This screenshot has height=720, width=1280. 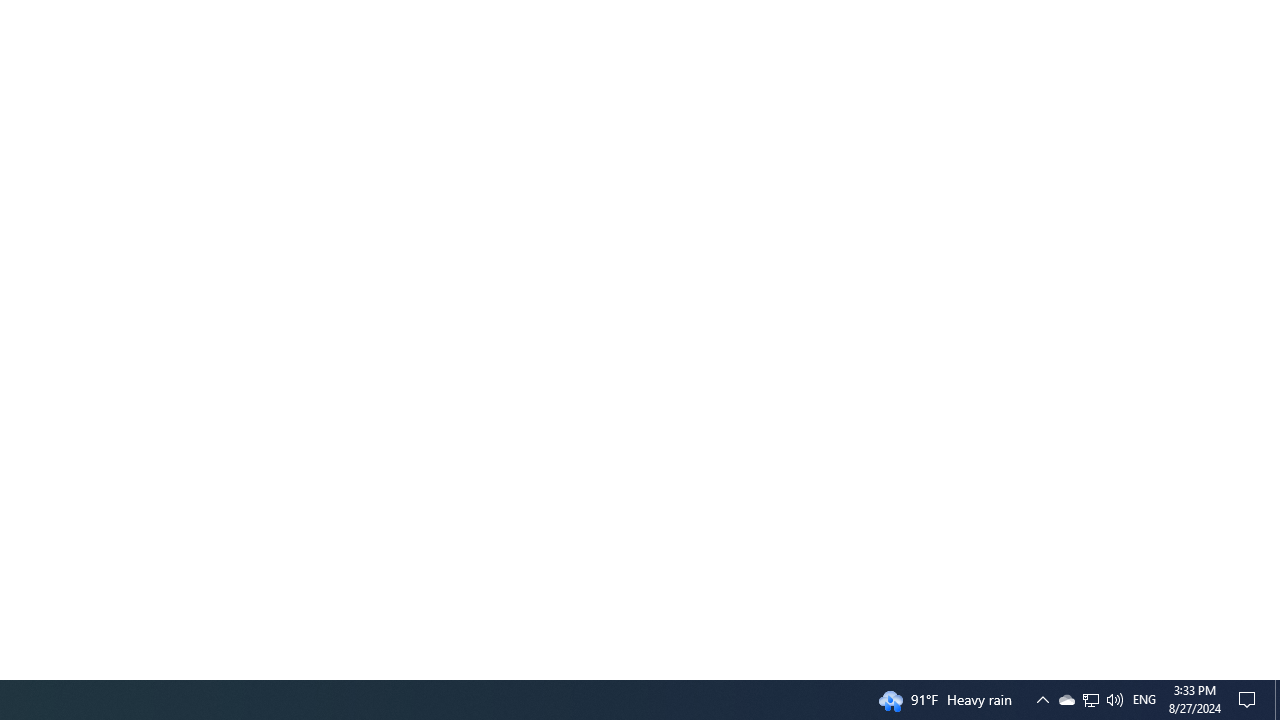 What do you see at coordinates (1065, 698) in the screenshot?
I see `'User Promoted Notification Area'` at bounding box center [1065, 698].